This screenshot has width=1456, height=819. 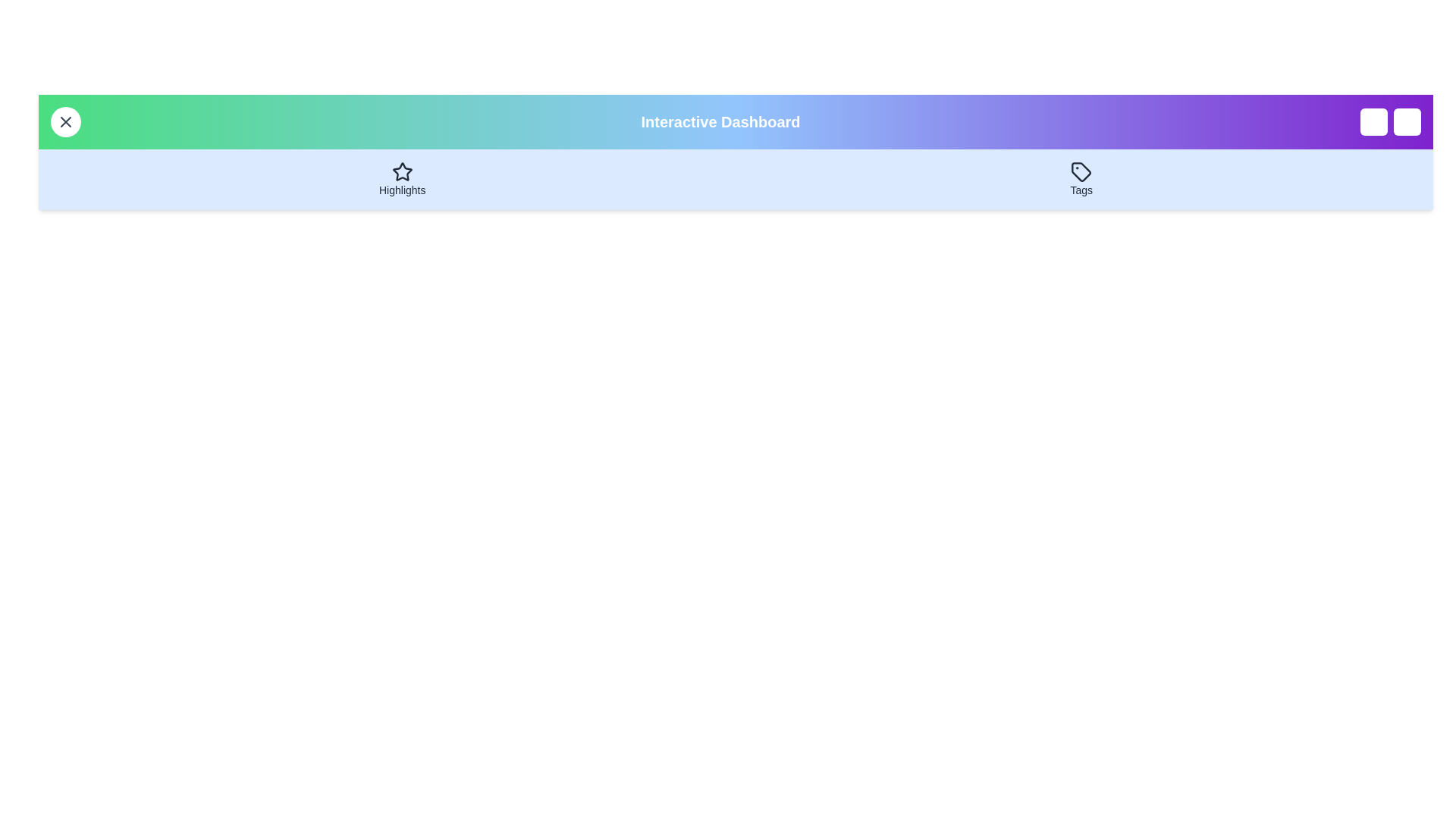 I want to click on the 'Settings' icon to access settings, so click(x=1407, y=121).